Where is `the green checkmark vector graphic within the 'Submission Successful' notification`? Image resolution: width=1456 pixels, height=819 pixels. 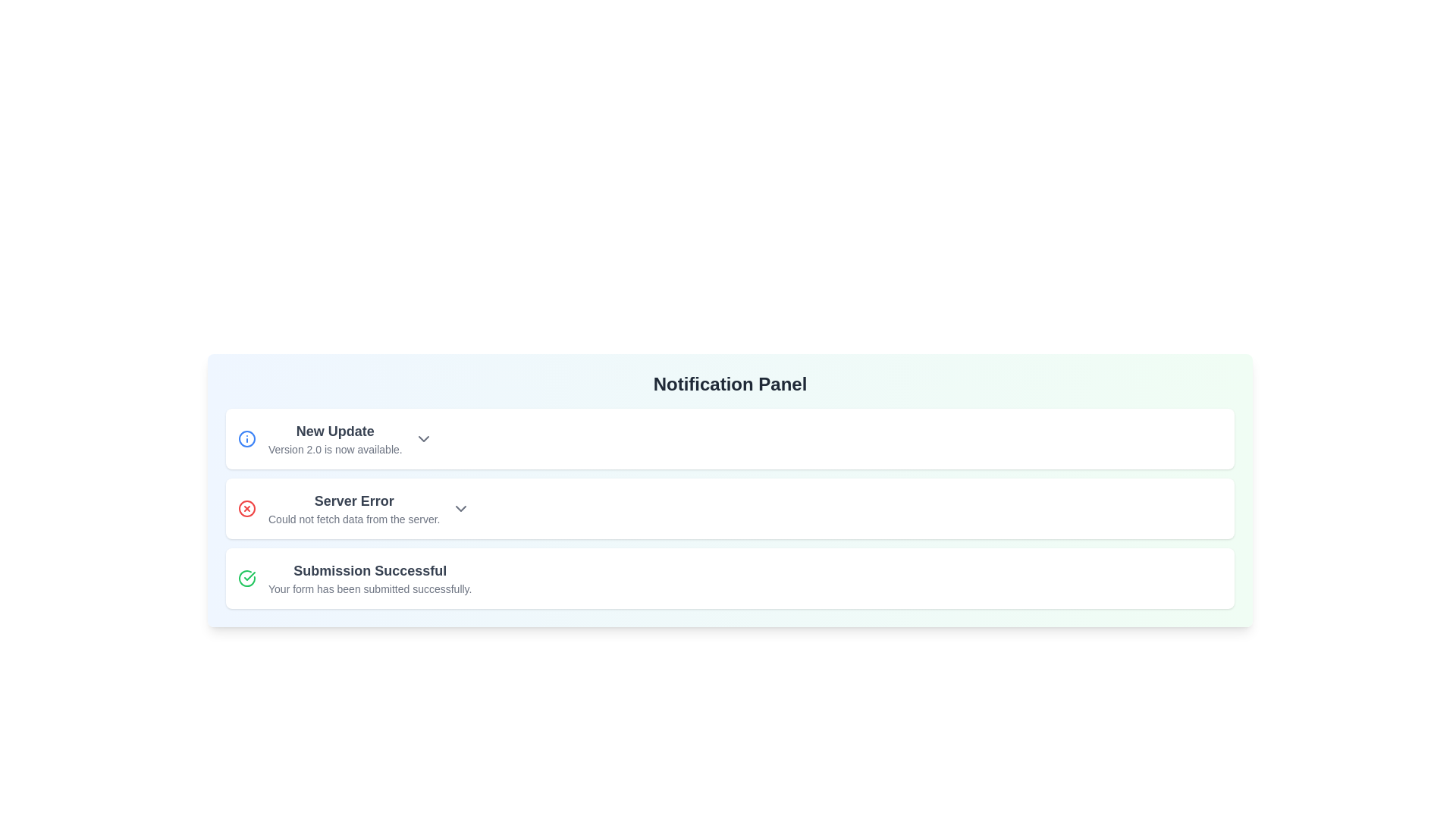
the green checkmark vector graphic within the 'Submission Successful' notification is located at coordinates (249, 576).